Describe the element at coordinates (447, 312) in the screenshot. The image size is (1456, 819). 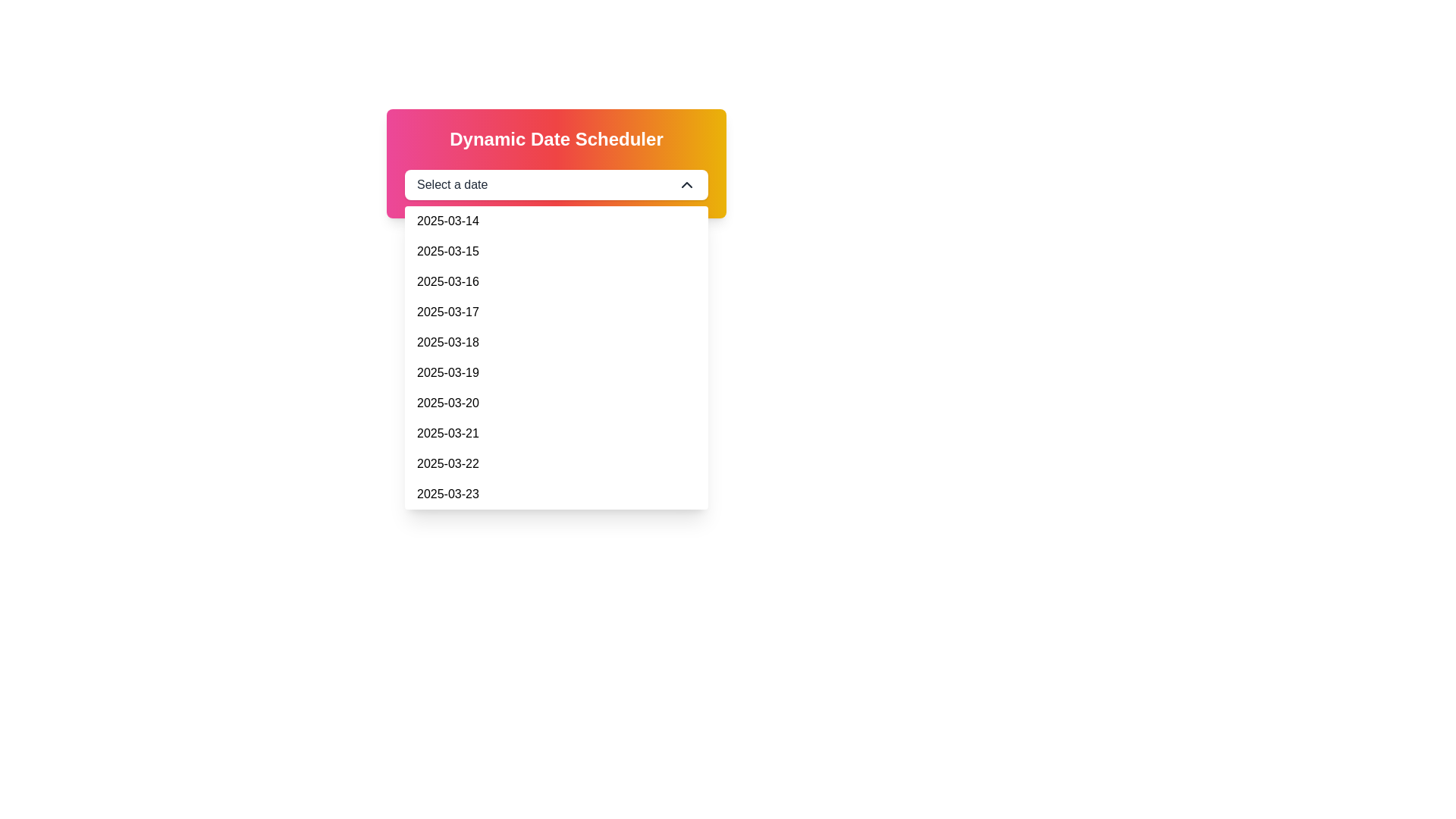
I see `to select the date '2025-03-17' from the fourth entry in the dropdown menu` at that location.